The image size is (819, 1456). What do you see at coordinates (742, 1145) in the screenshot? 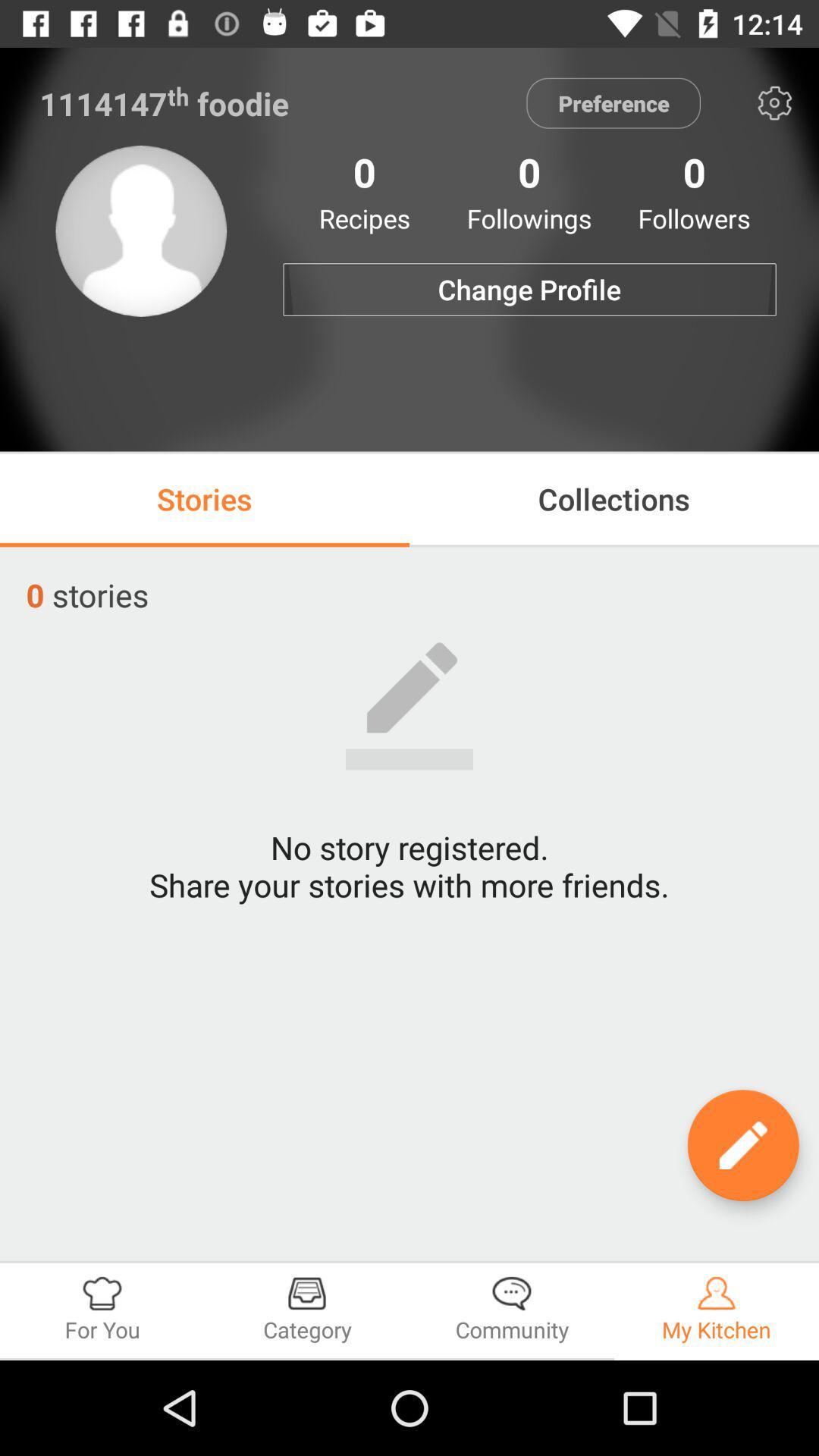
I see `the edit icon` at bounding box center [742, 1145].